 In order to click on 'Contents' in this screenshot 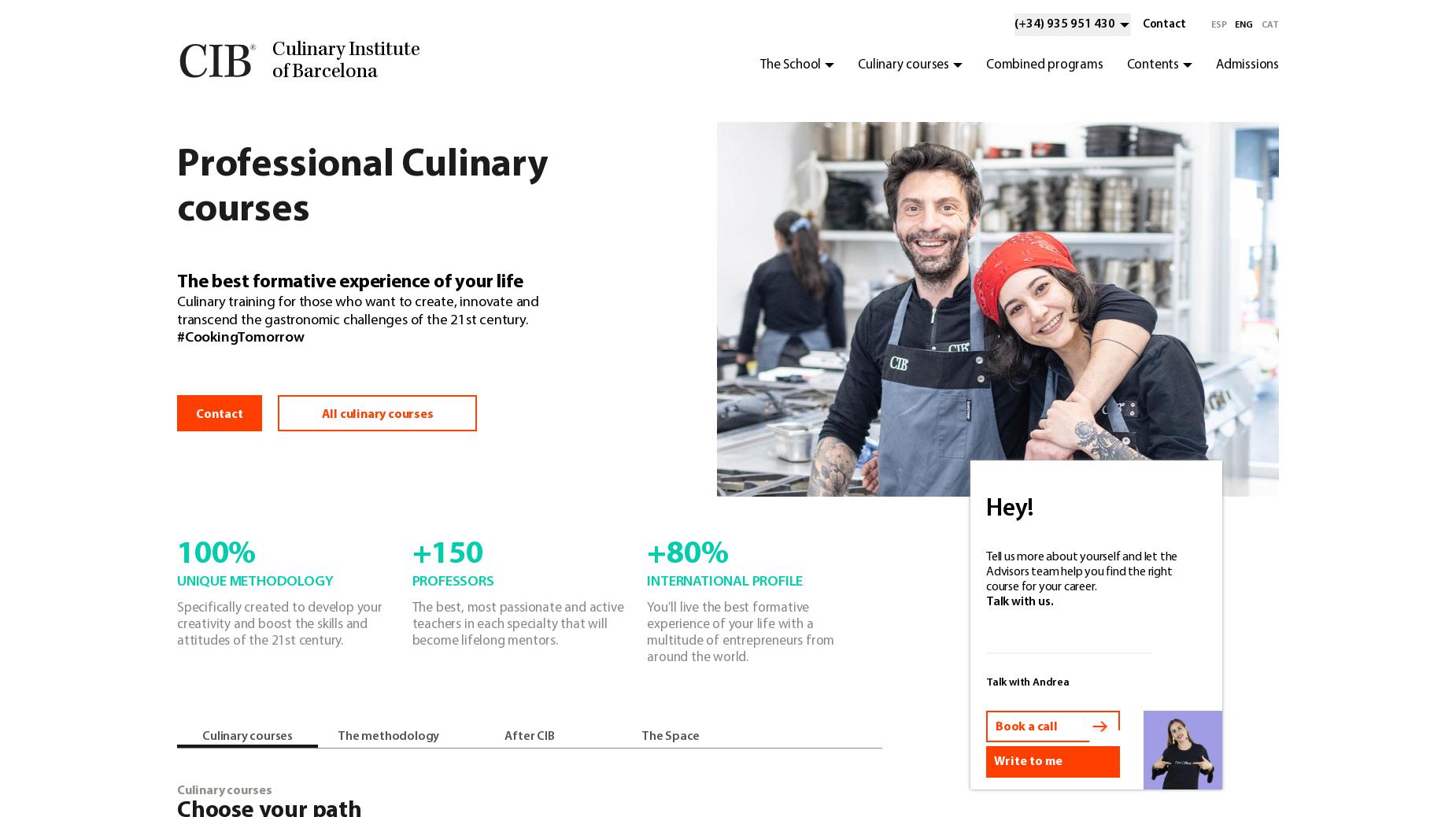, I will do `click(1152, 65)`.